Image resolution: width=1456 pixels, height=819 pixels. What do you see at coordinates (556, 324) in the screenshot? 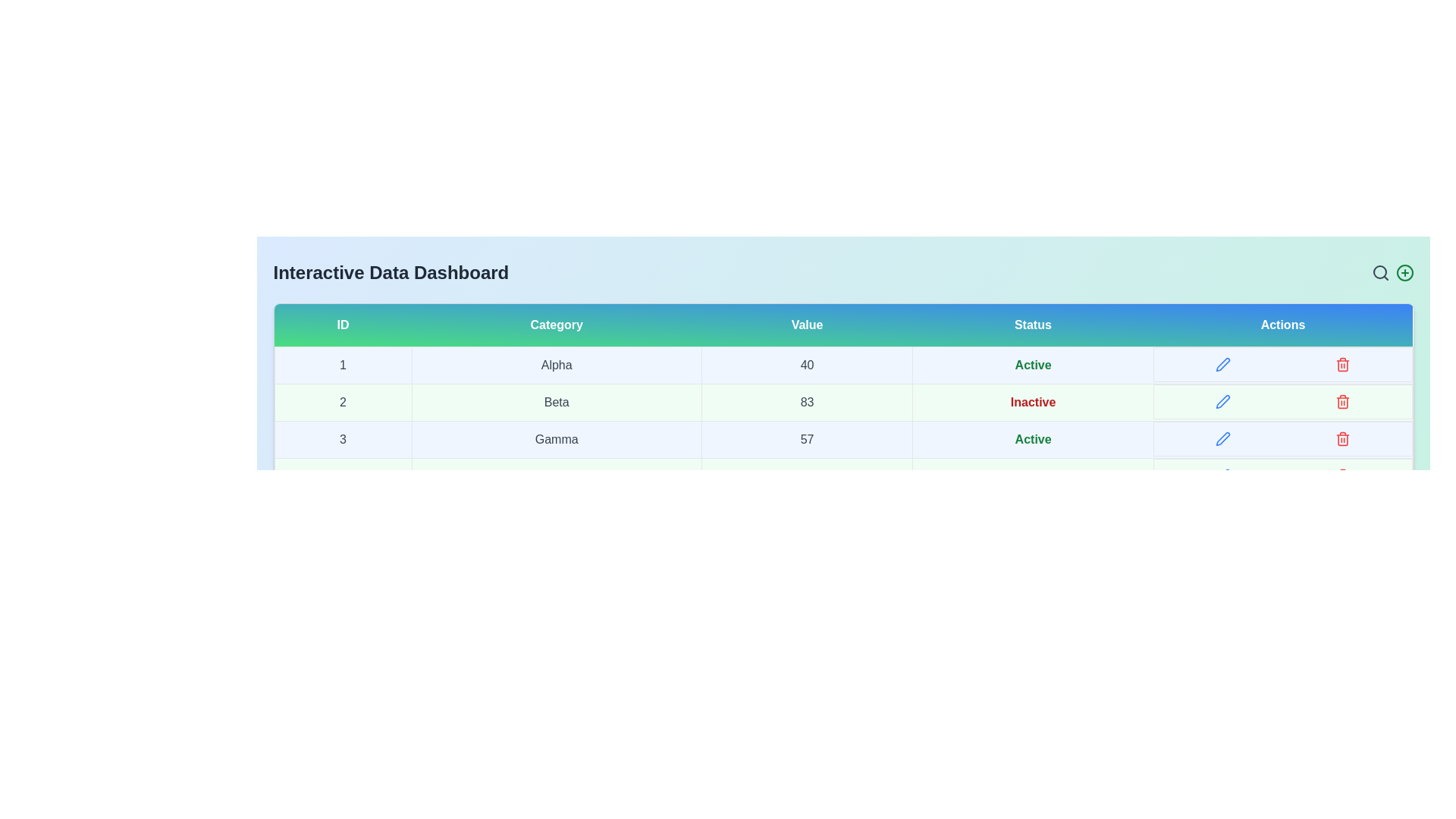
I see `the table header Category to sort or filter the data` at bounding box center [556, 324].